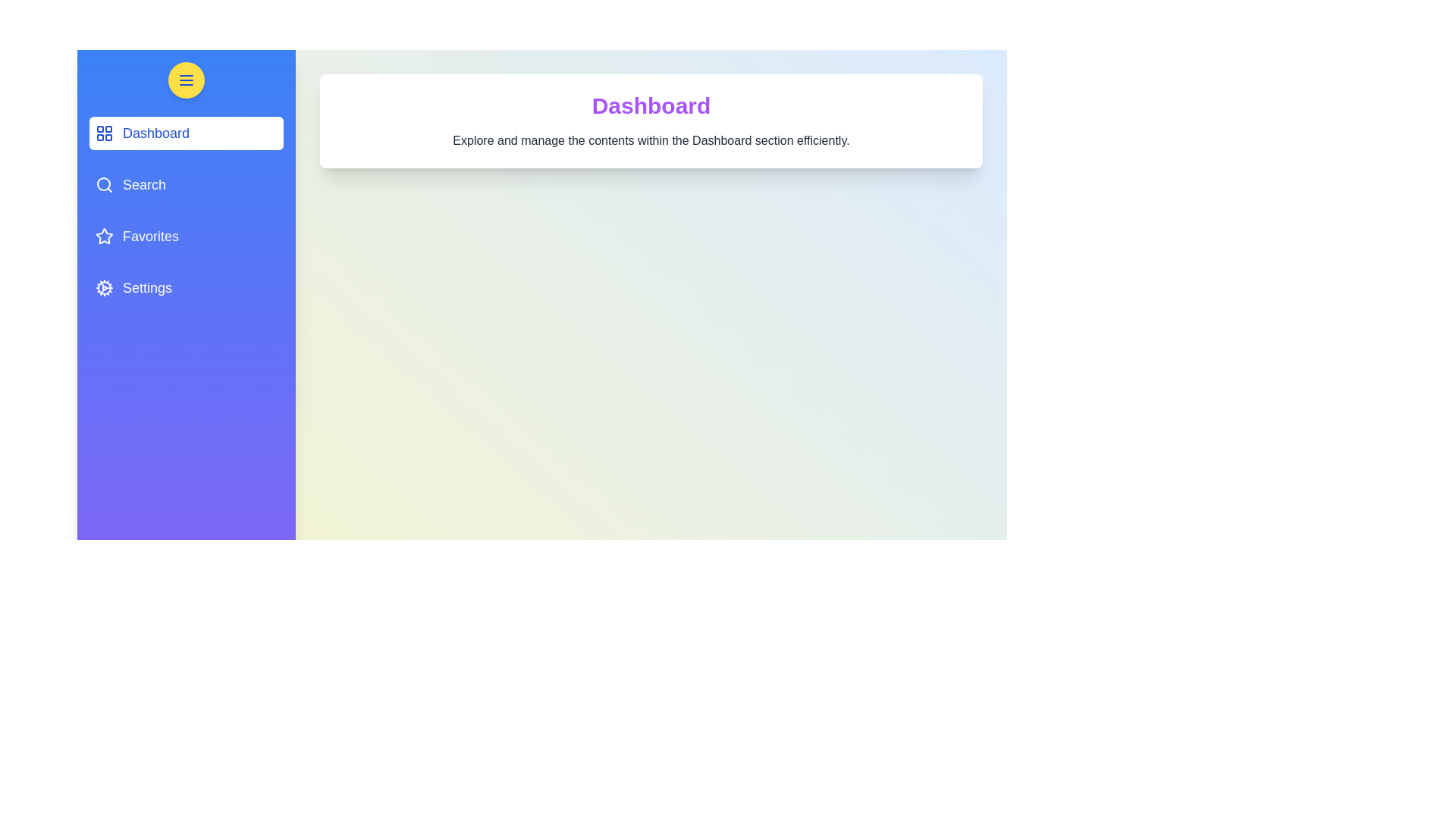  What do you see at coordinates (185, 237) in the screenshot?
I see `the navigation item labeled Favorites to view its hover effect` at bounding box center [185, 237].